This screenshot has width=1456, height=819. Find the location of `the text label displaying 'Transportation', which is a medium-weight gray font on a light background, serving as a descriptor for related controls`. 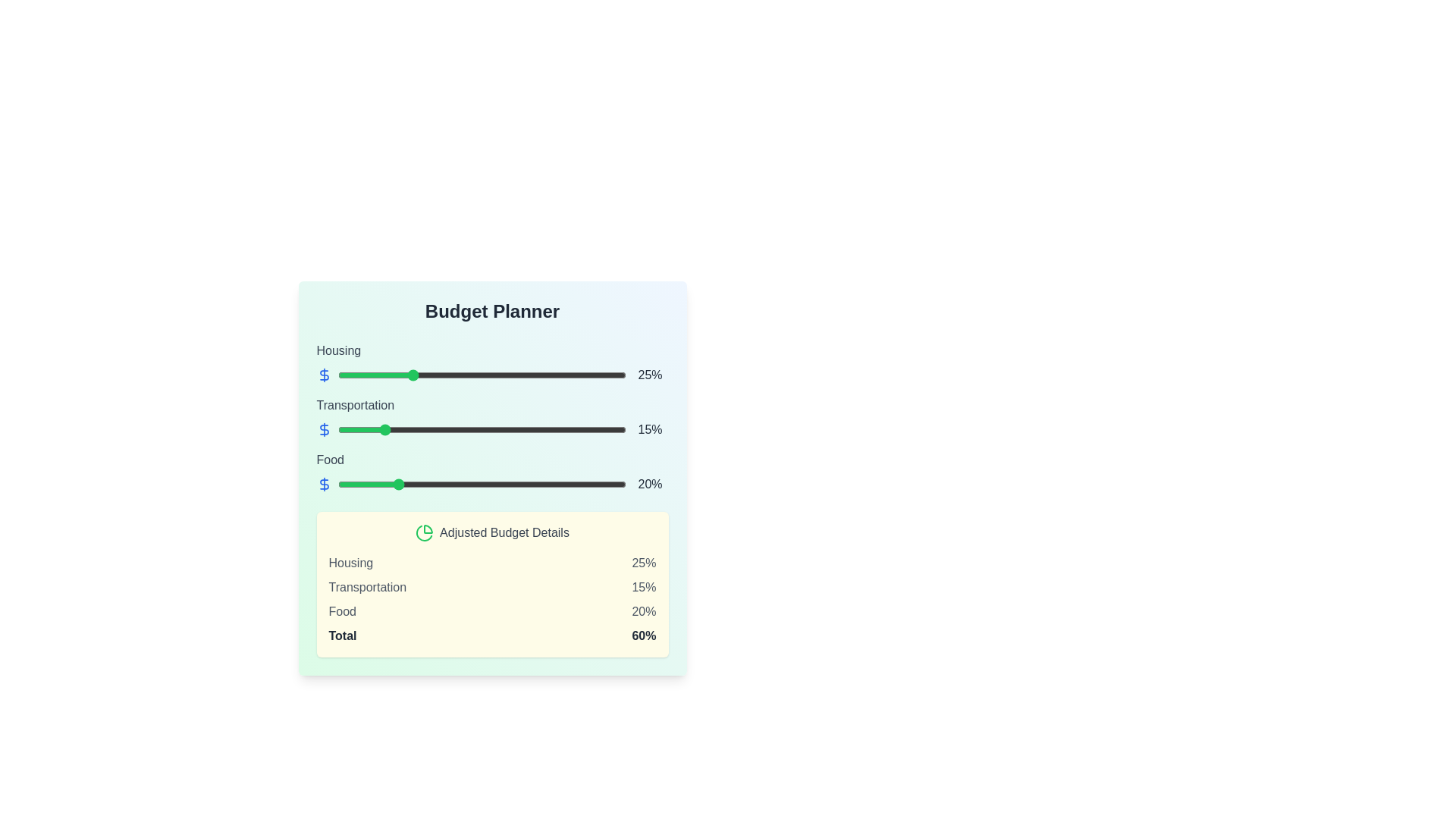

the text label displaying 'Transportation', which is a medium-weight gray font on a light background, serving as a descriptor for related controls is located at coordinates (354, 404).